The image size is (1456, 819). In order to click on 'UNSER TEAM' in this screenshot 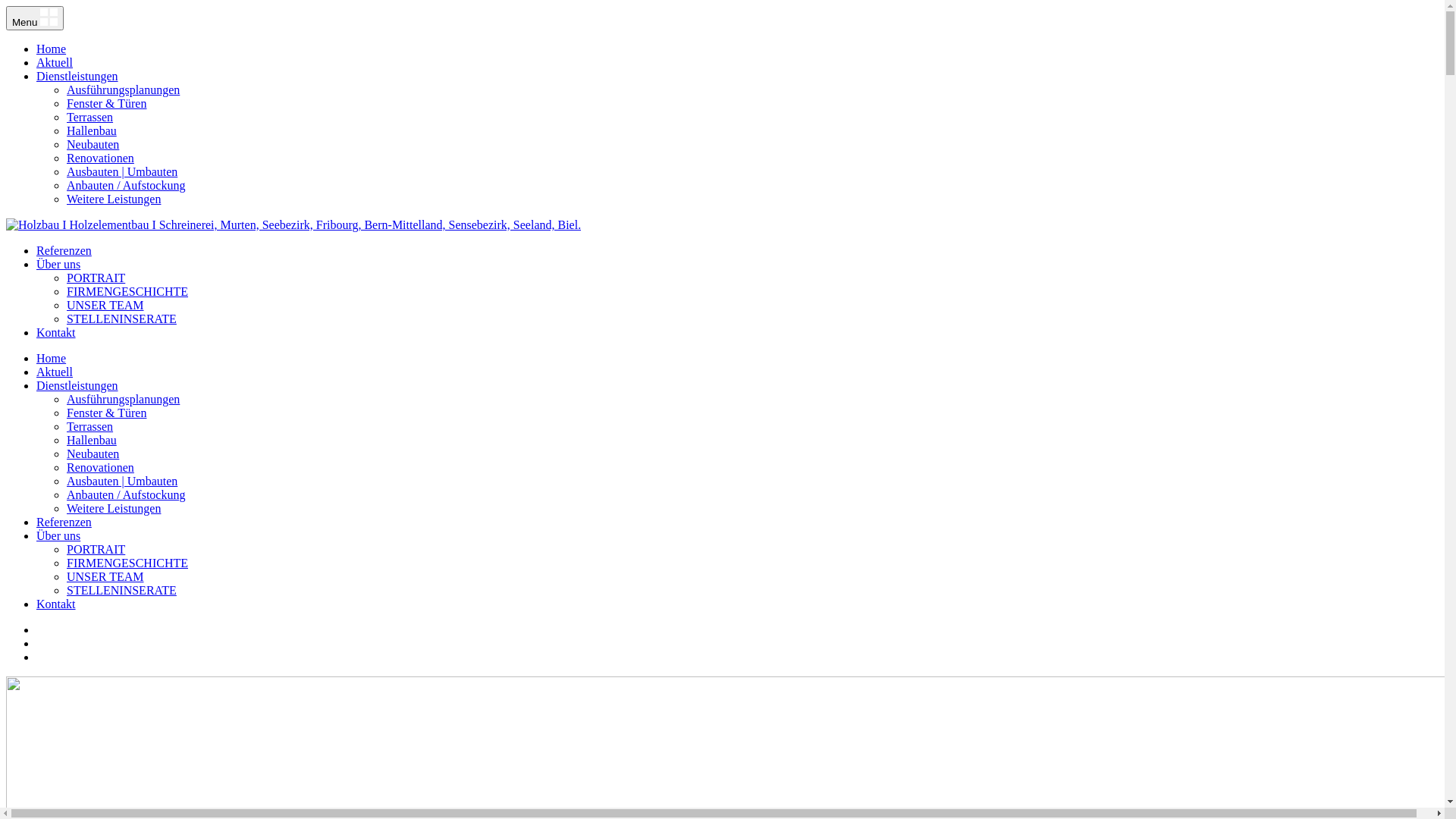, I will do `click(105, 576)`.